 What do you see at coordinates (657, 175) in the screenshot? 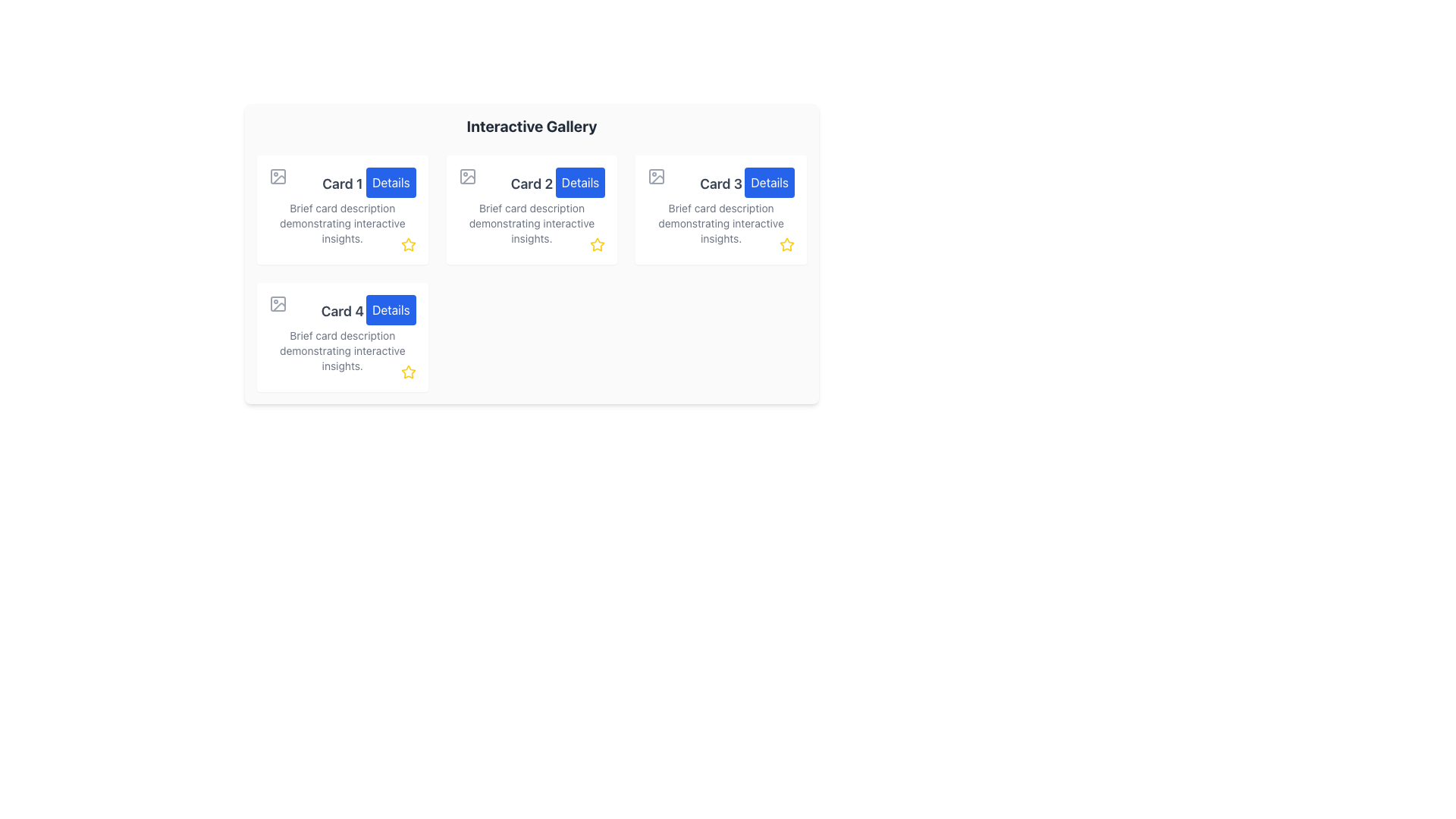
I see `the icon graphical representation located in the top-left corner of 'Card 3' within the gallery layout` at bounding box center [657, 175].